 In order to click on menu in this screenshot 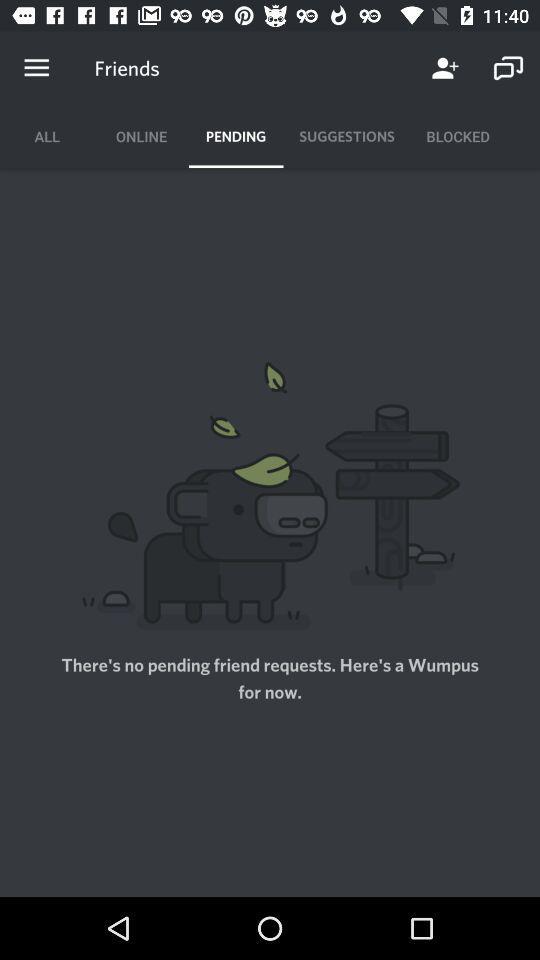, I will do `click(36, 68)`.